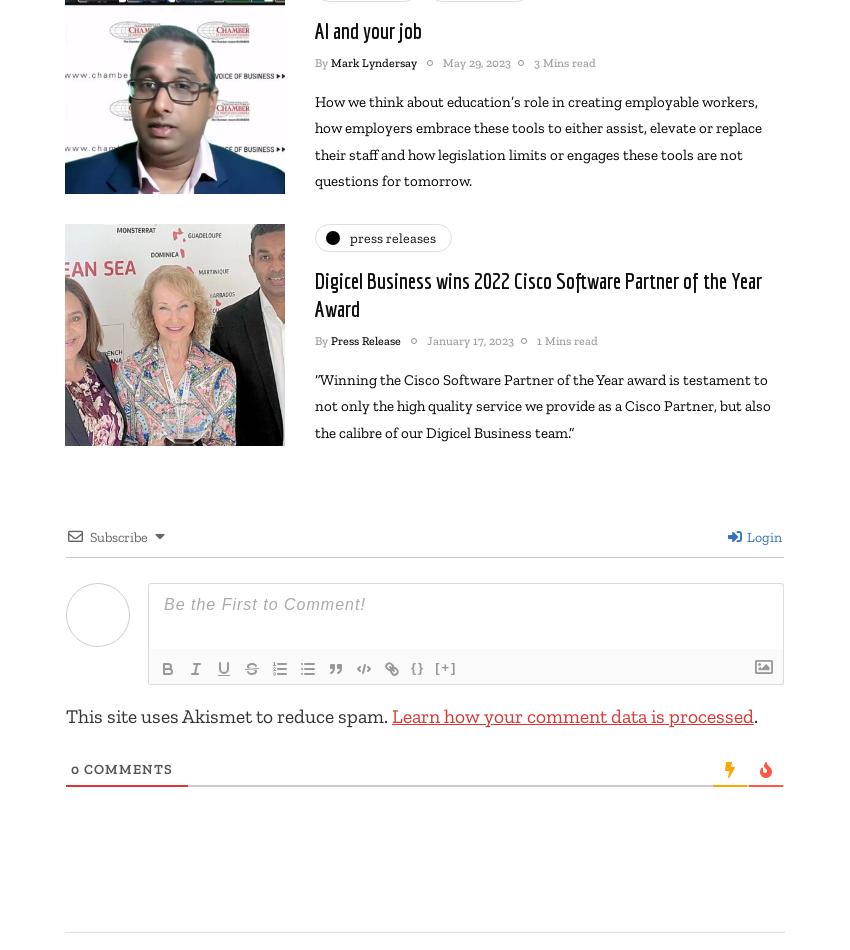 The height and width of the screenshot is (950, 850). What do you see at coordinates (373, 62) in the screenshot?
I see `'Mark Lyndersay'` at bounding box center [373, 62].